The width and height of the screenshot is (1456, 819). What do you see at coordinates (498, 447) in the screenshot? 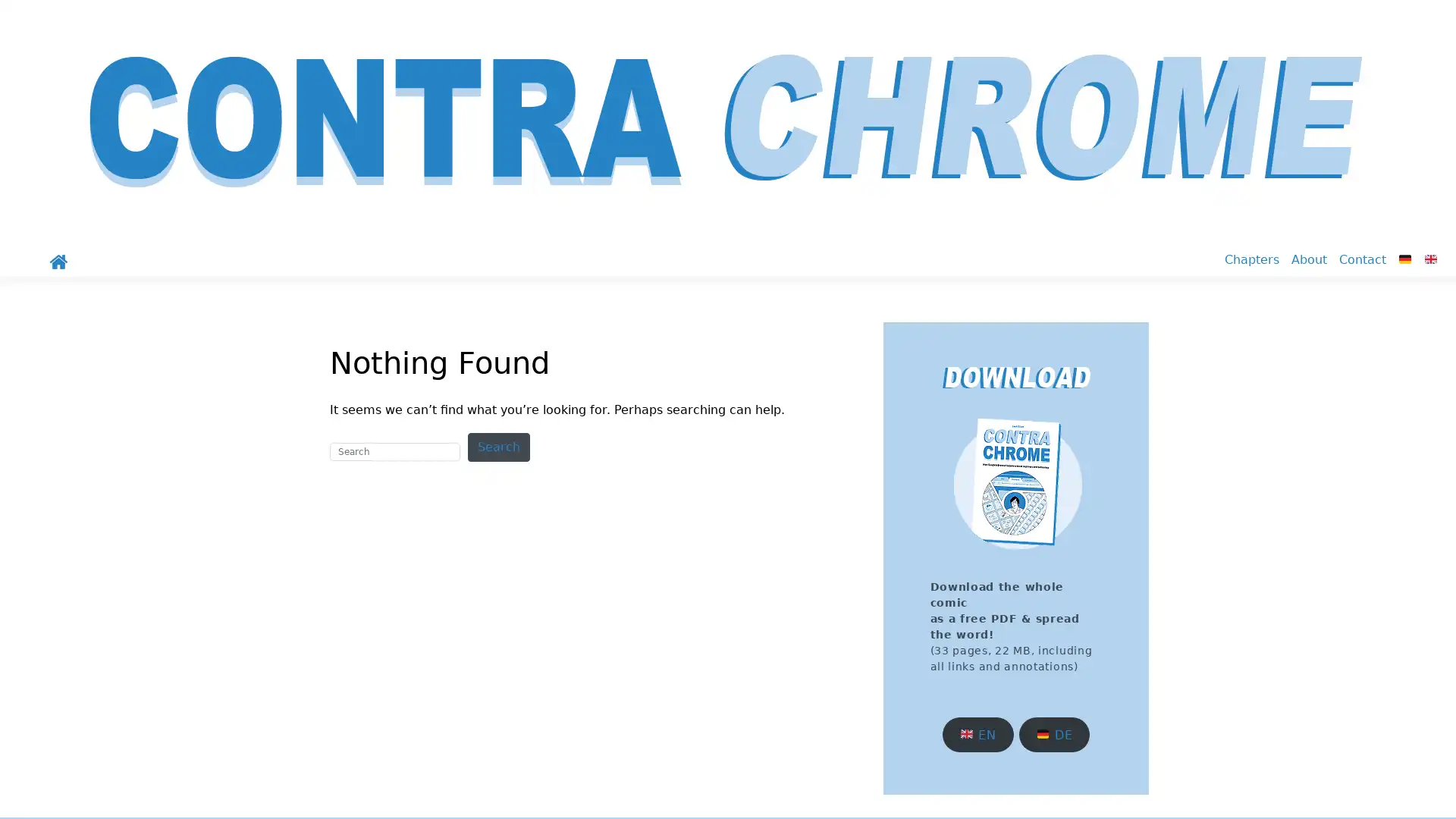
I see `Search` at bounding box center [498, 447].